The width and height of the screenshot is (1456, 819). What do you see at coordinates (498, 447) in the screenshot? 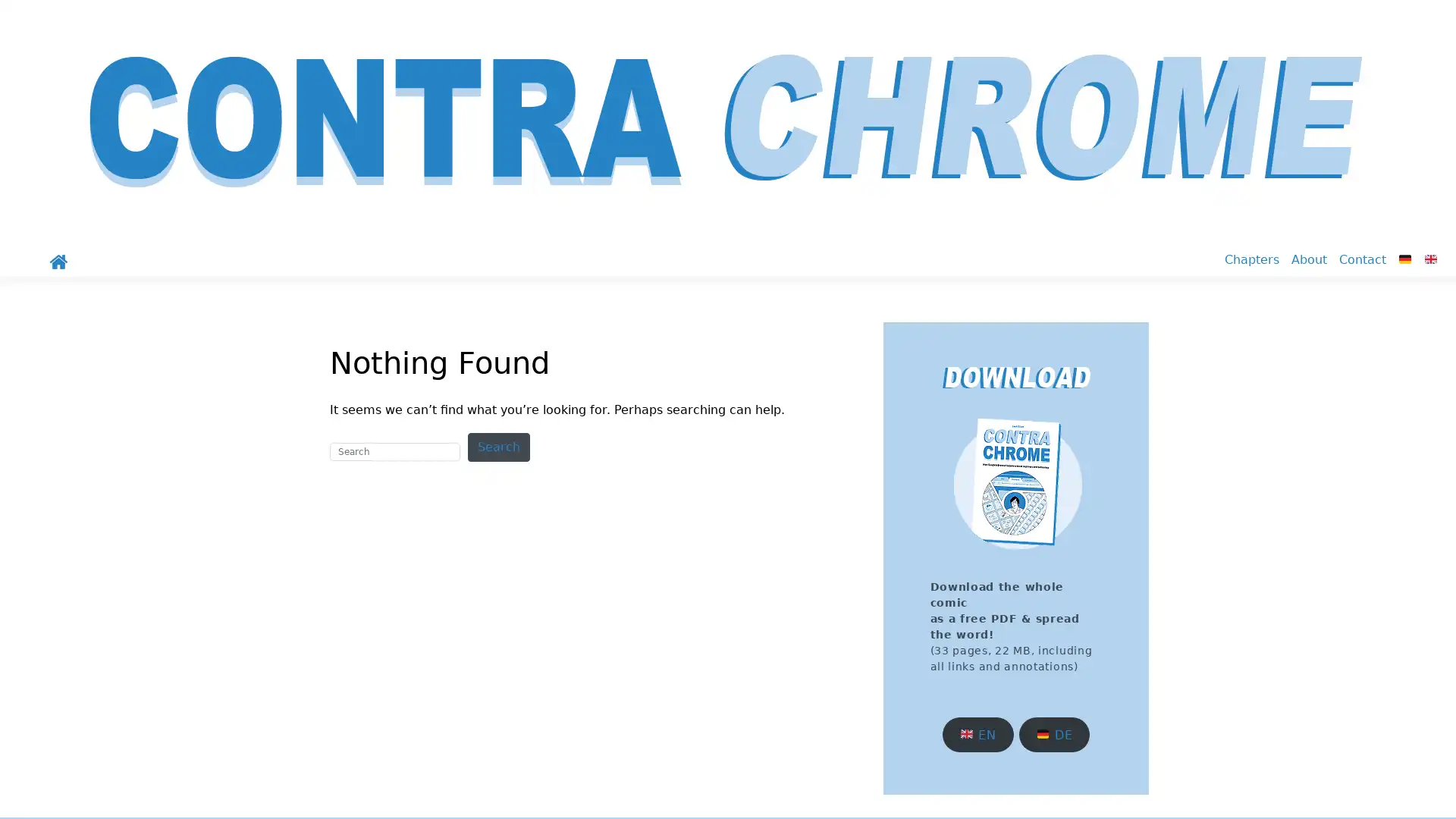
I see `Search` at bounding box center [498, 447].